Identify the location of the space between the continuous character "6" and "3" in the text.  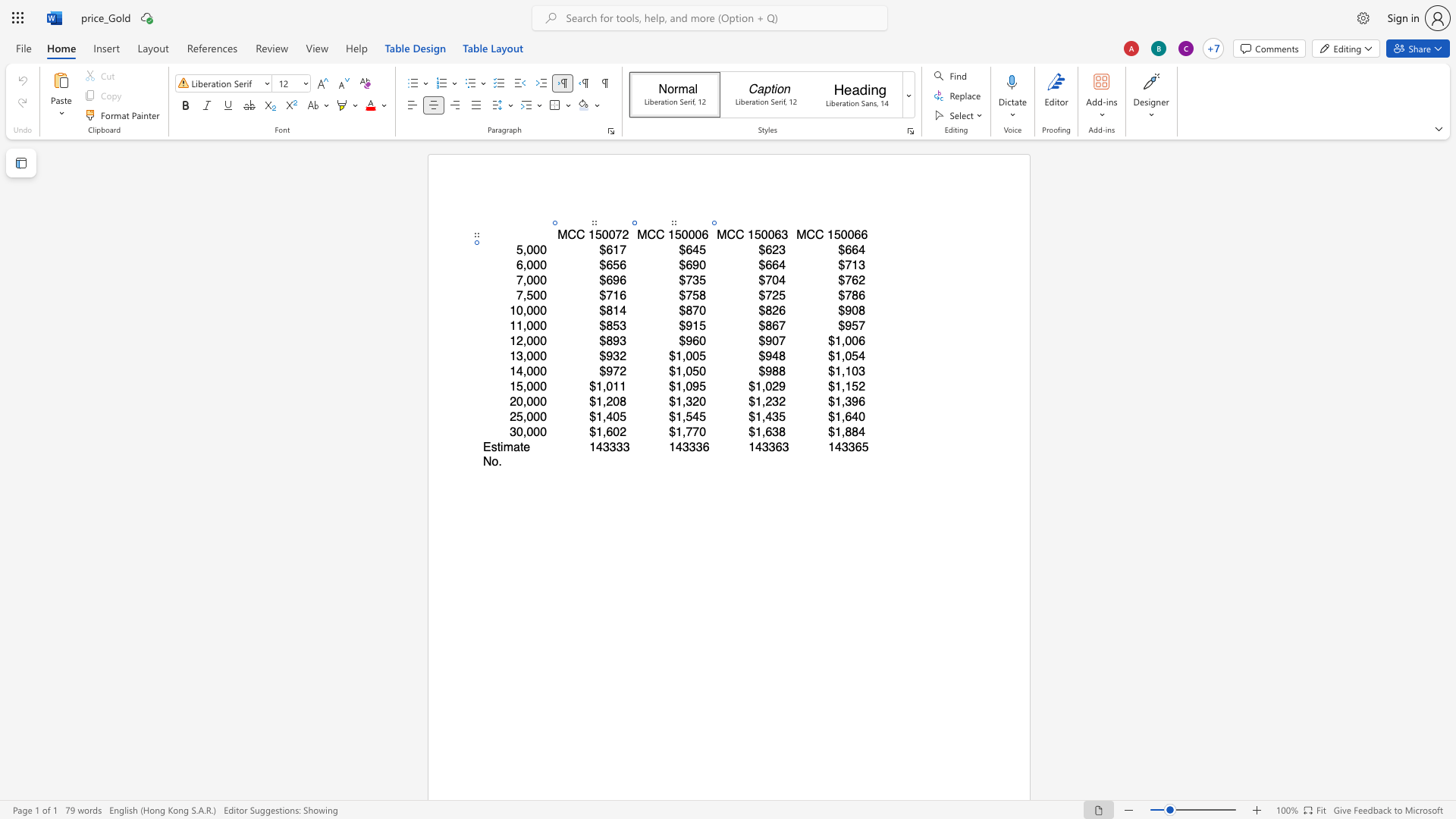
(781, 234).